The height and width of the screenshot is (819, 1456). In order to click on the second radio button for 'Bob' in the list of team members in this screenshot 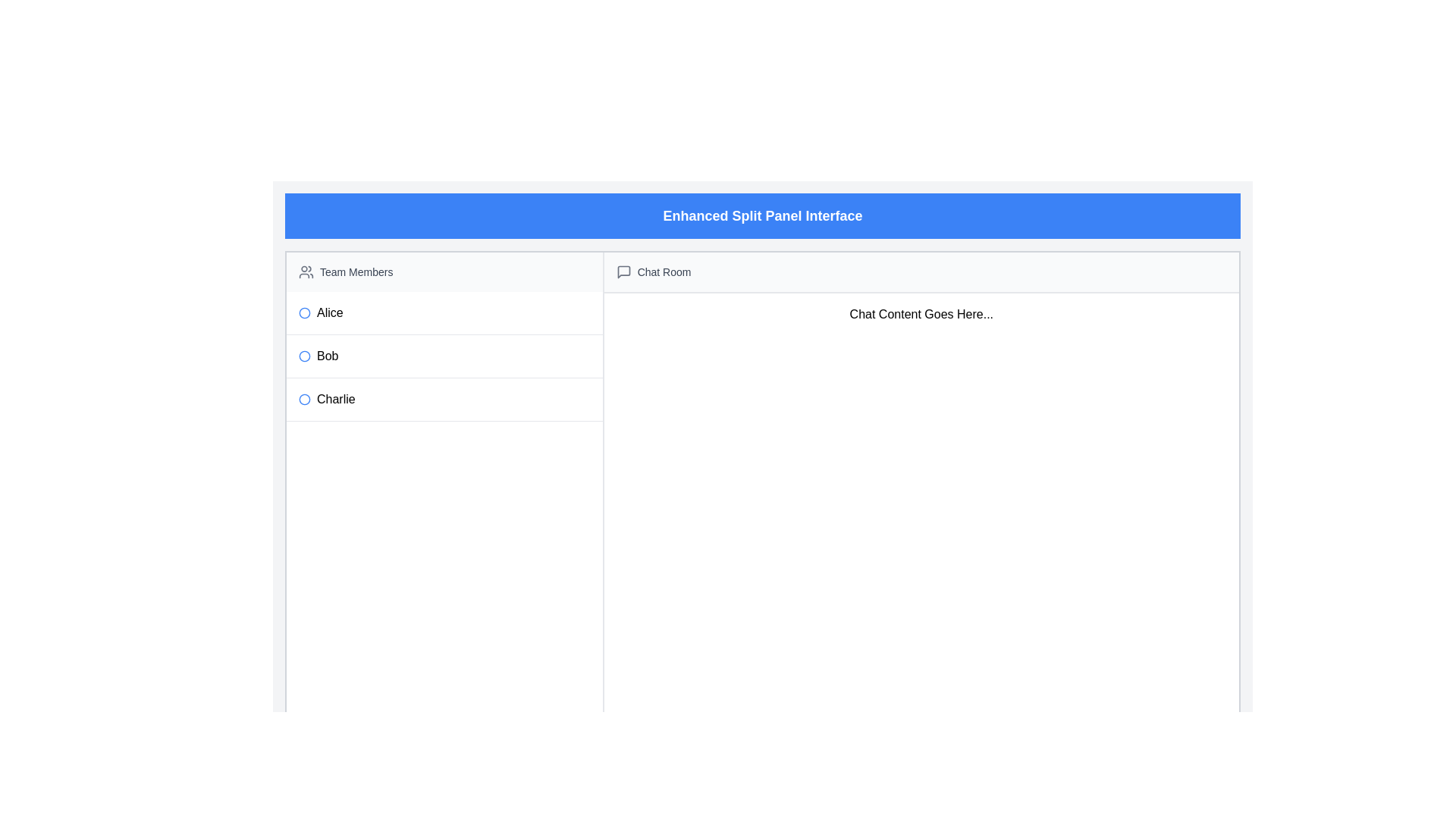, I will do `click(304, 356)`.